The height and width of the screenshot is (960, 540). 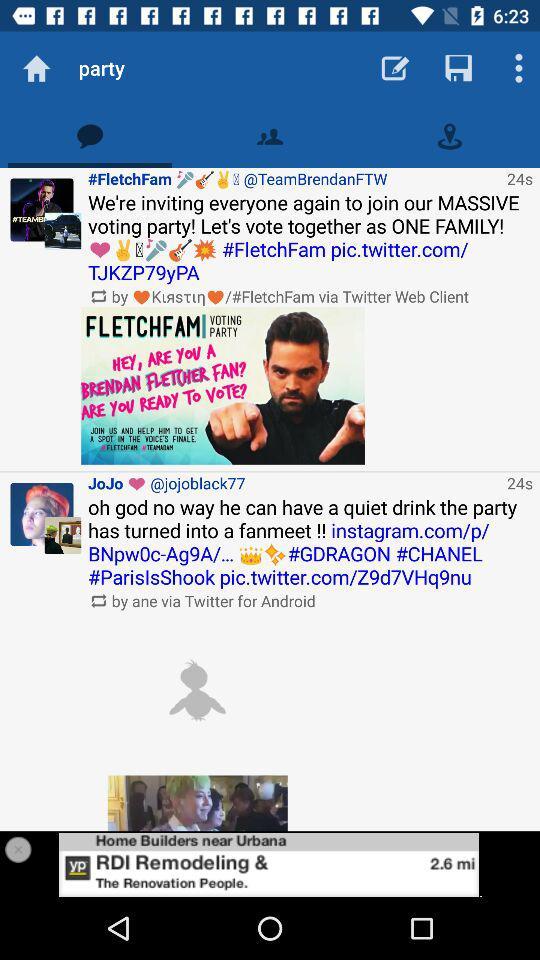 I want to click on image, so click(x=197, y=690).